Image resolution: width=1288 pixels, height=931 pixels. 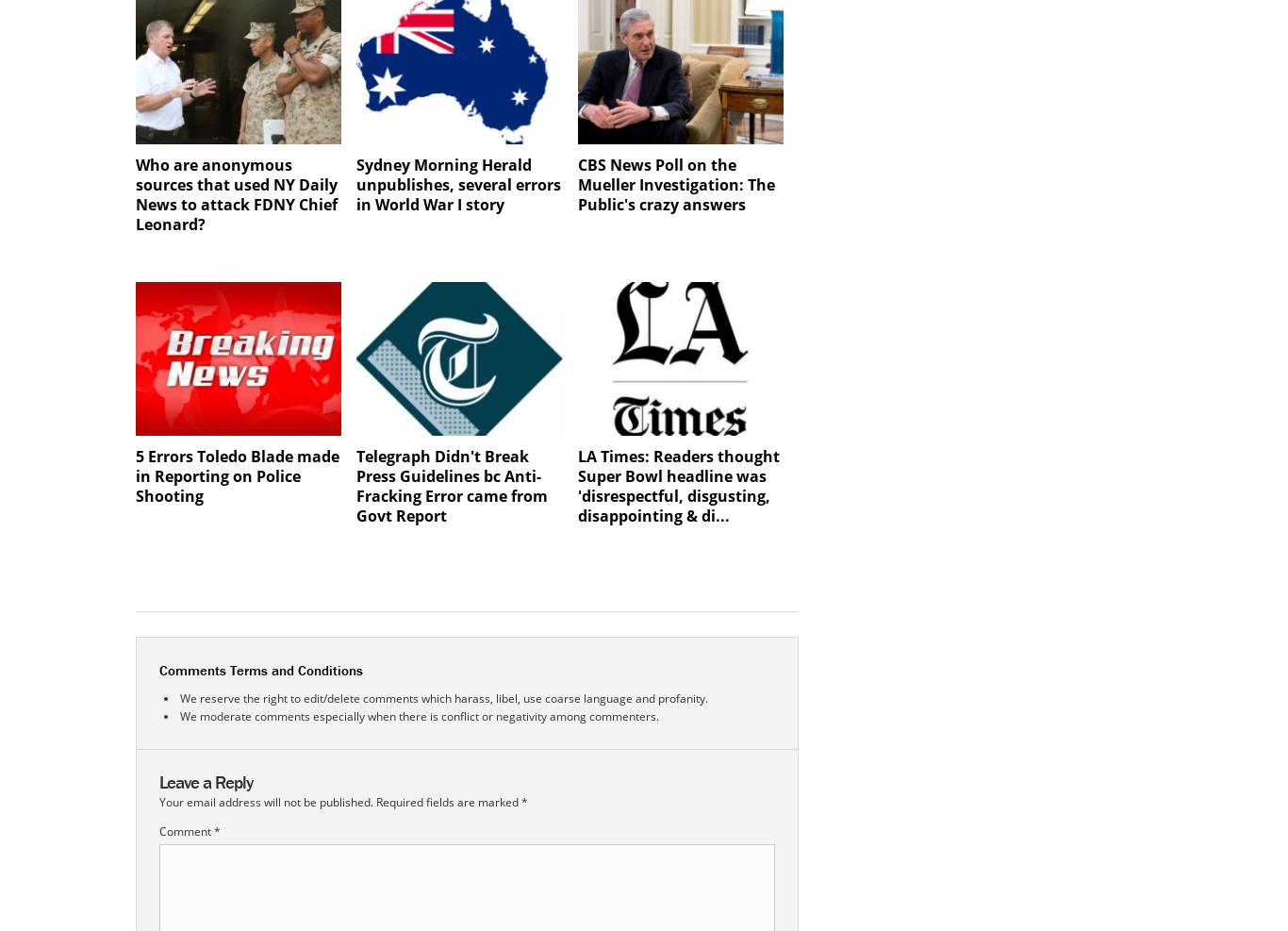 What do you see at coordinates (261, 669) in the screenshot?
I see `'Comments Terms and Conditions'` at bounding box center [261, 669].